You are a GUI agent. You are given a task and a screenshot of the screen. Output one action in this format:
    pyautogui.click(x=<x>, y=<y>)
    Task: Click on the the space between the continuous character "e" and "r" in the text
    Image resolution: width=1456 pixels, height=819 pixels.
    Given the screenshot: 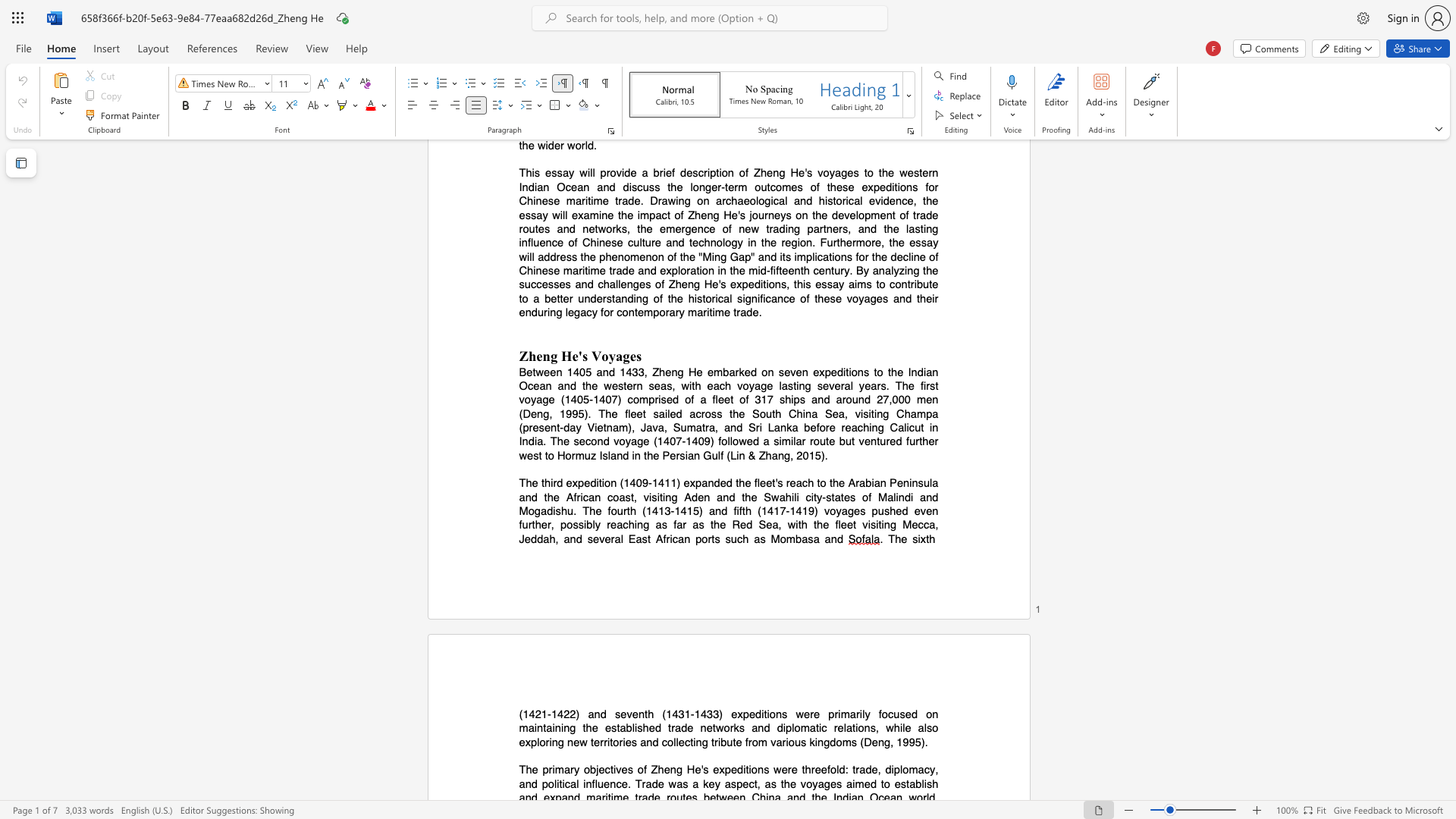 What is the action you would take?
    pyautogui.click(x=610, y=538)
    